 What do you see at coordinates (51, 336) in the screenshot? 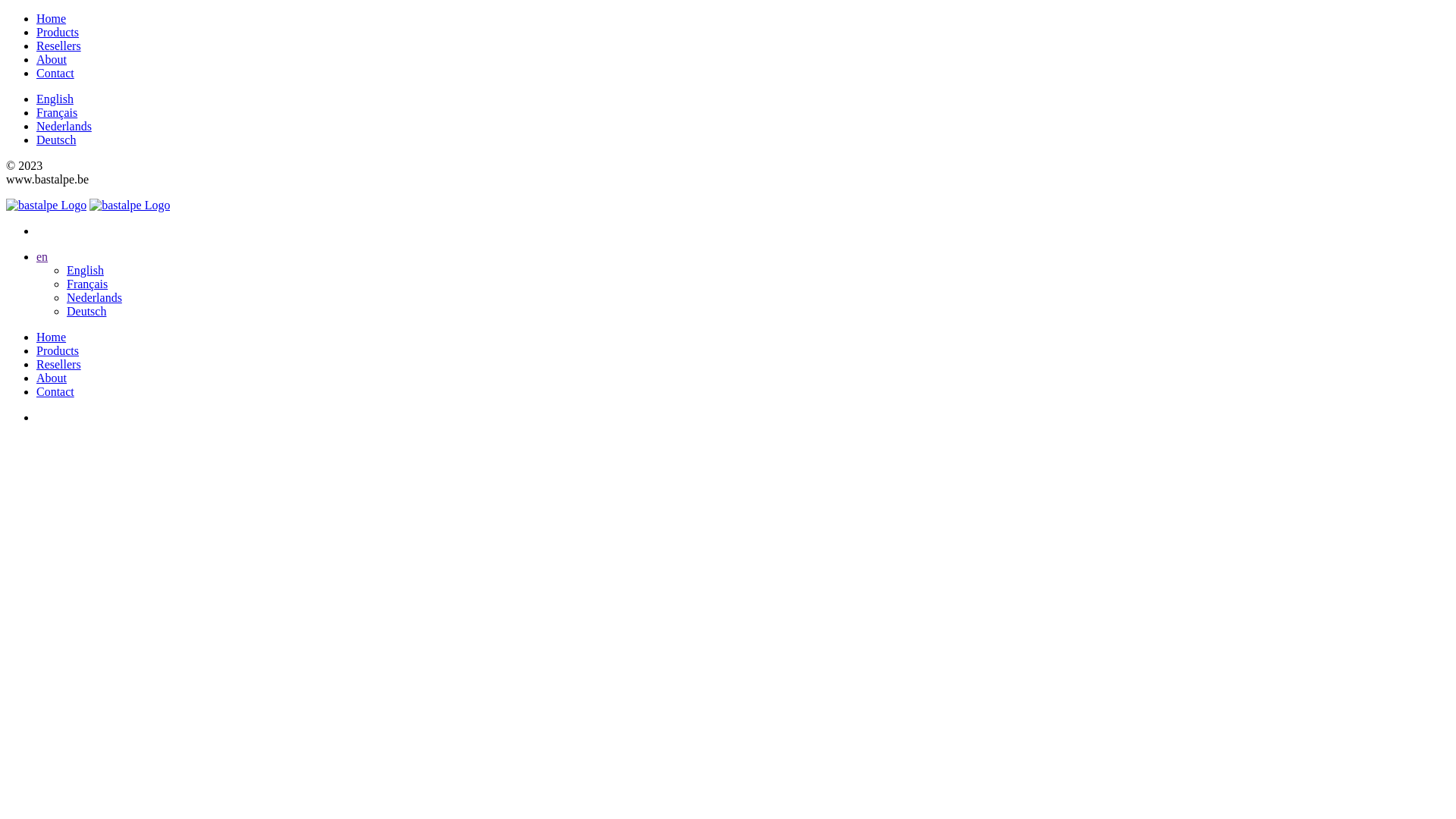
I see `'Home'` at bounding box center [51, 336].